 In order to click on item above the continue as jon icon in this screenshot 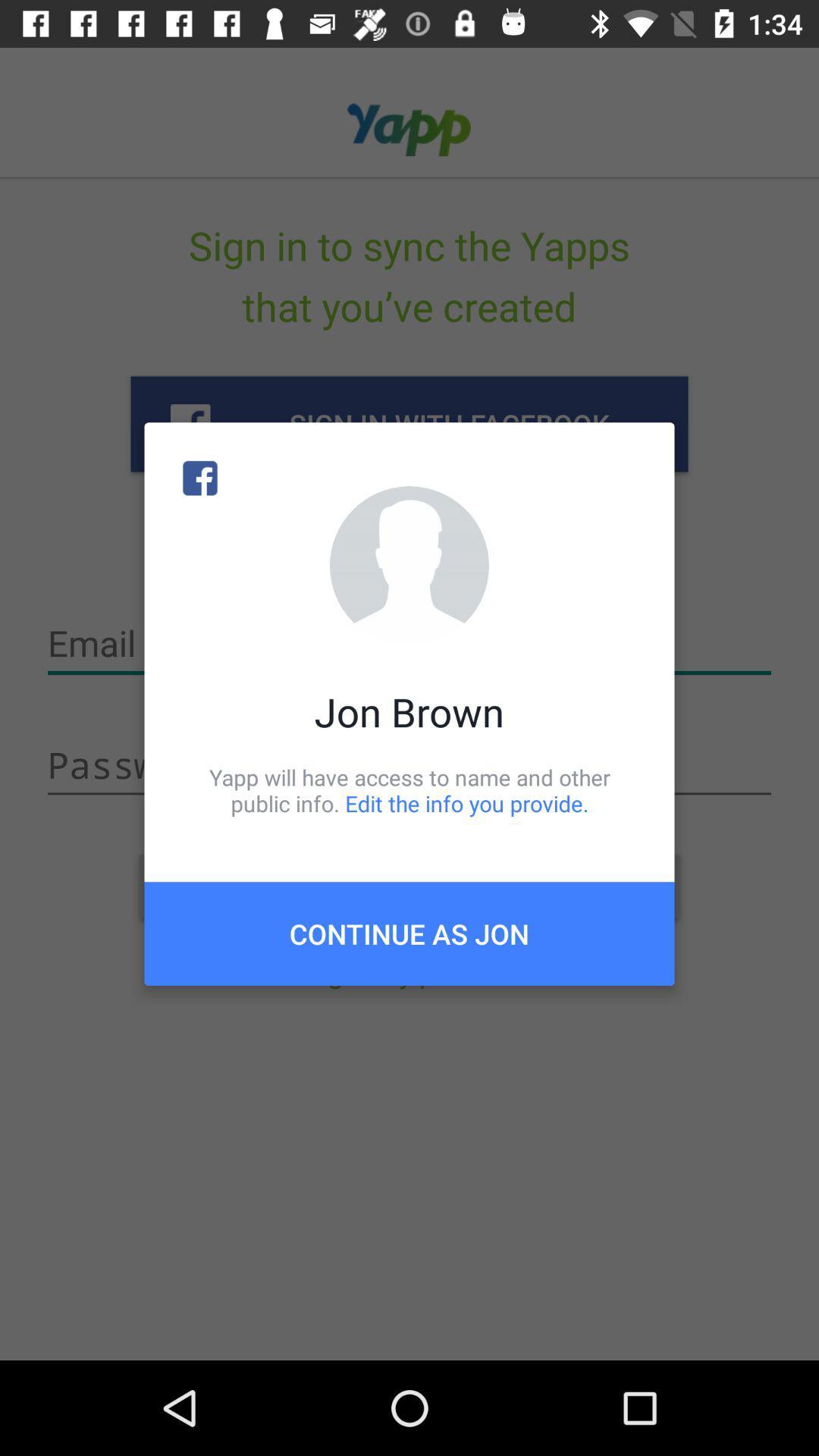, I will do `click(409, 789)`.